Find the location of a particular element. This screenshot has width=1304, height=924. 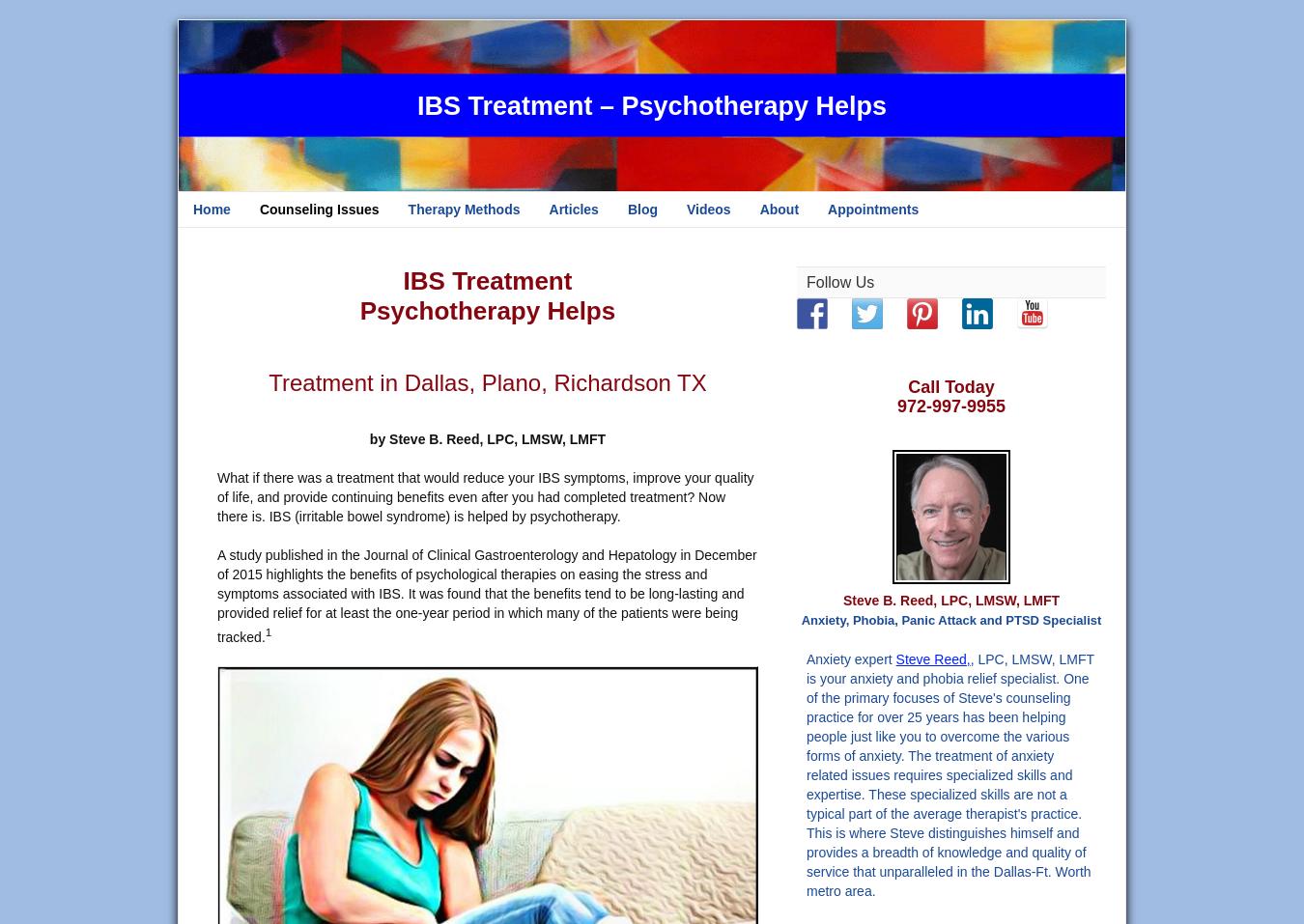

'Anxiety, Phobia, Panic Attack and PTSD  Specialist' is located at coordinates (950, 619).